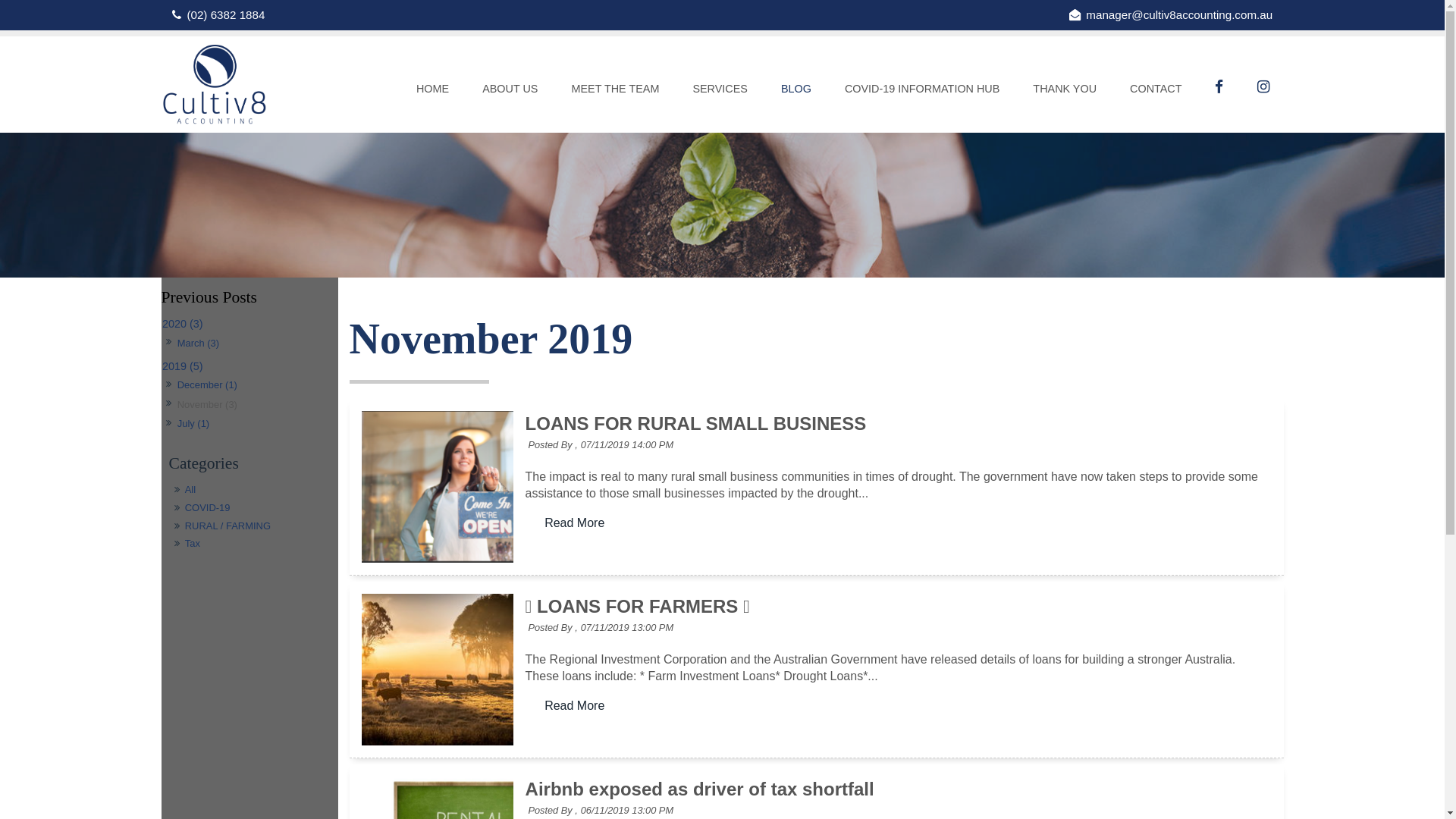 This screenshot has width=1456, height=819. I want to click on '2019 (5)', so click(249, 366).